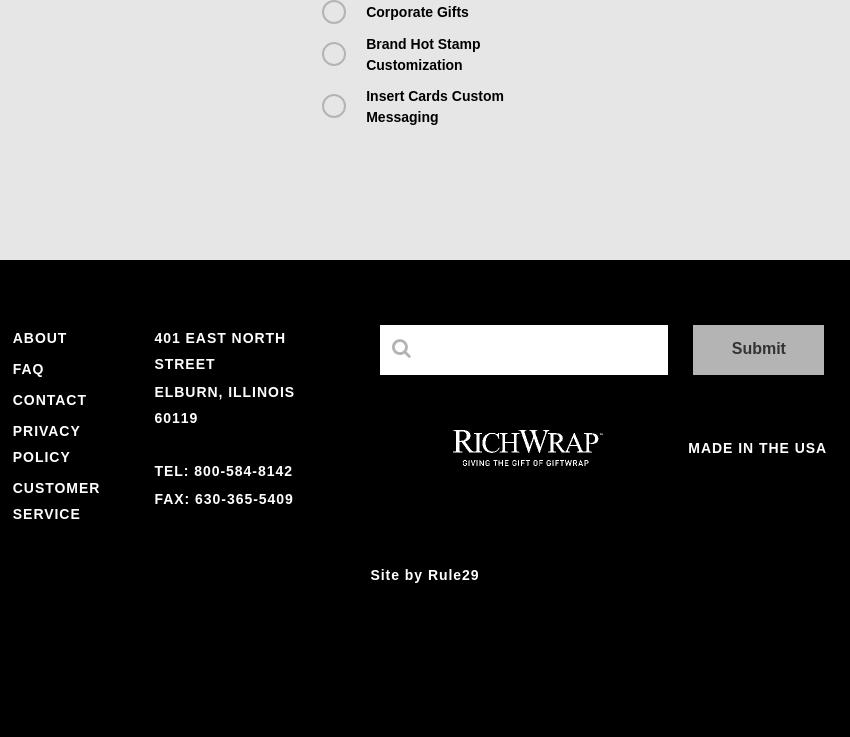 Image resolution: width=850 pixels, height=737 pixels. What do you see at coordinates (154, 496) in the screenshot?
I see `'Fax: 630-365-5409'` at bounding box center [154, 496].